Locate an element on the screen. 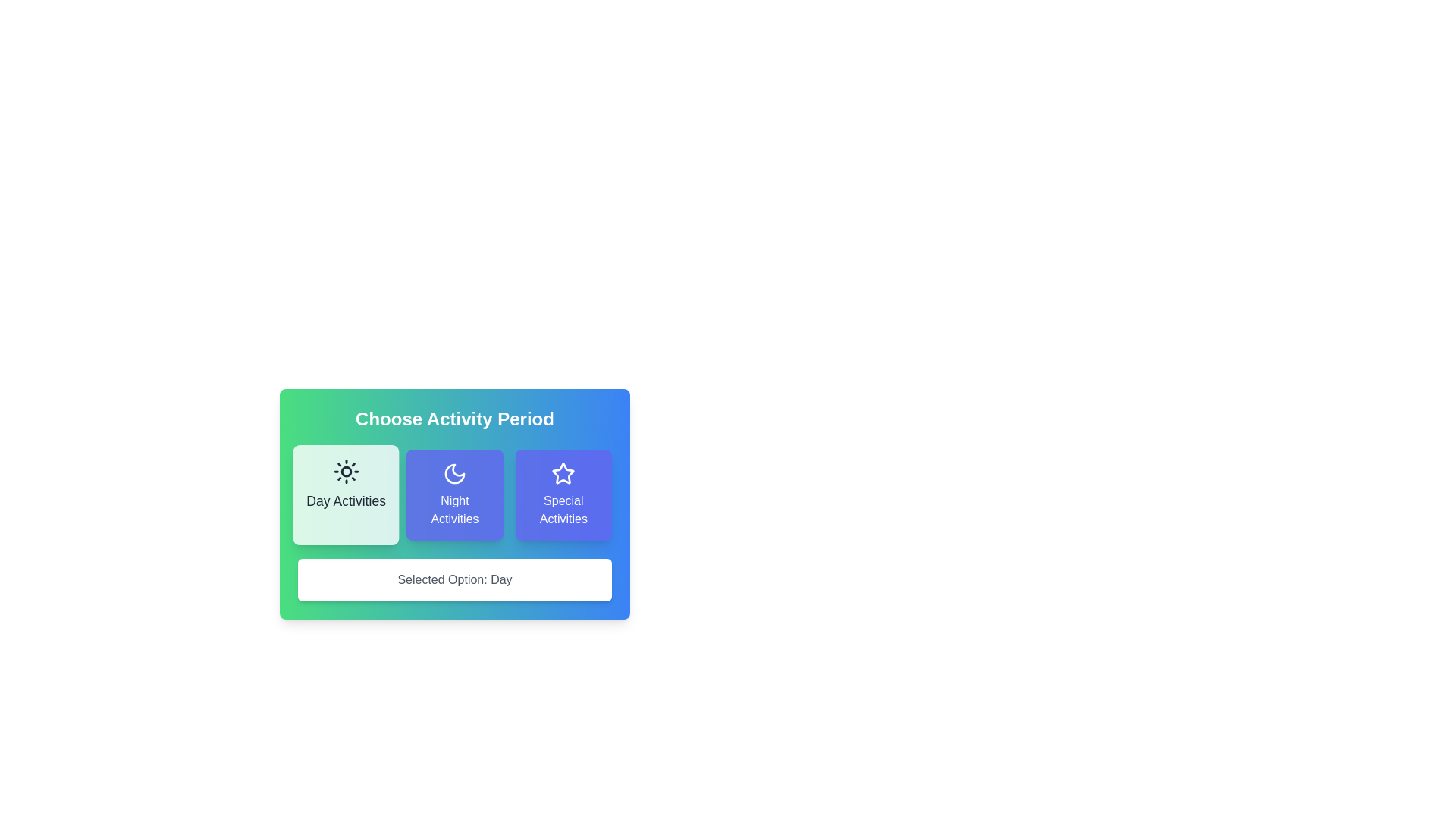 The height and width of the screenshot is (819, 1456). the graphic element that enhances the visual representation of the sun icon, located within the 'Day Activities' option of the UI is located at coordinates (345, 471).